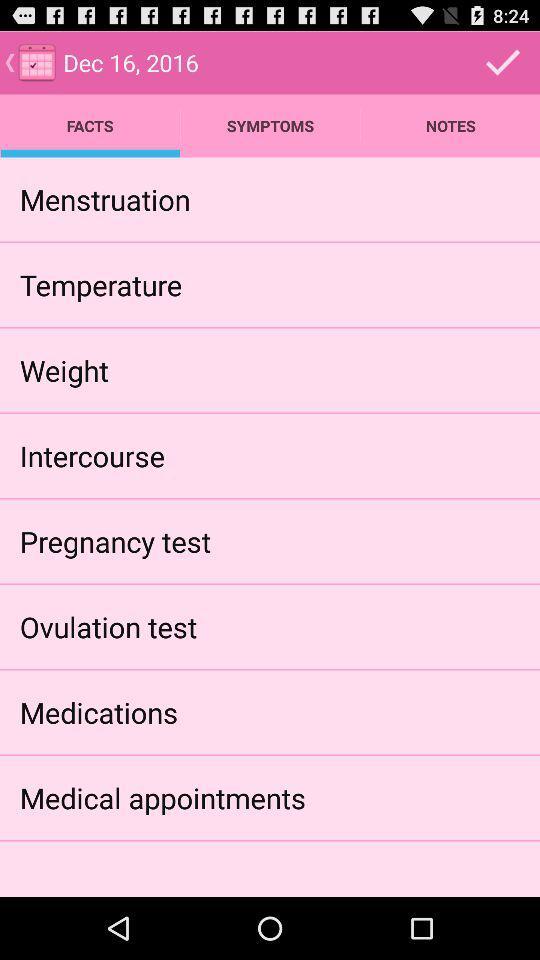  Describe the element at coordinates (105, 199) in the screenshot. I see `menstruation item` at that location.